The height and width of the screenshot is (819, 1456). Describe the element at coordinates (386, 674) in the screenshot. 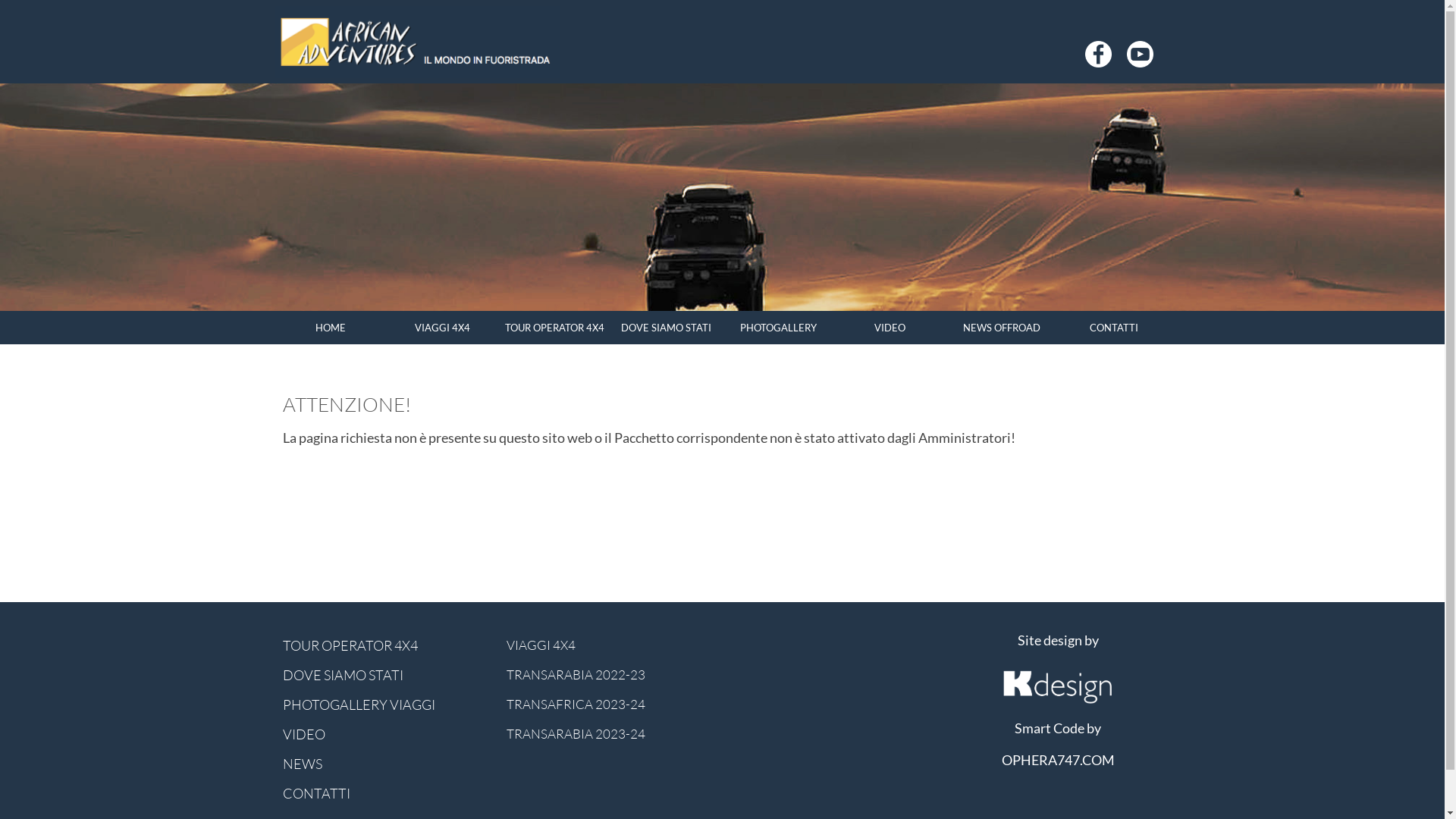

I see `'DOVE SIAMO STATI'` at that location.